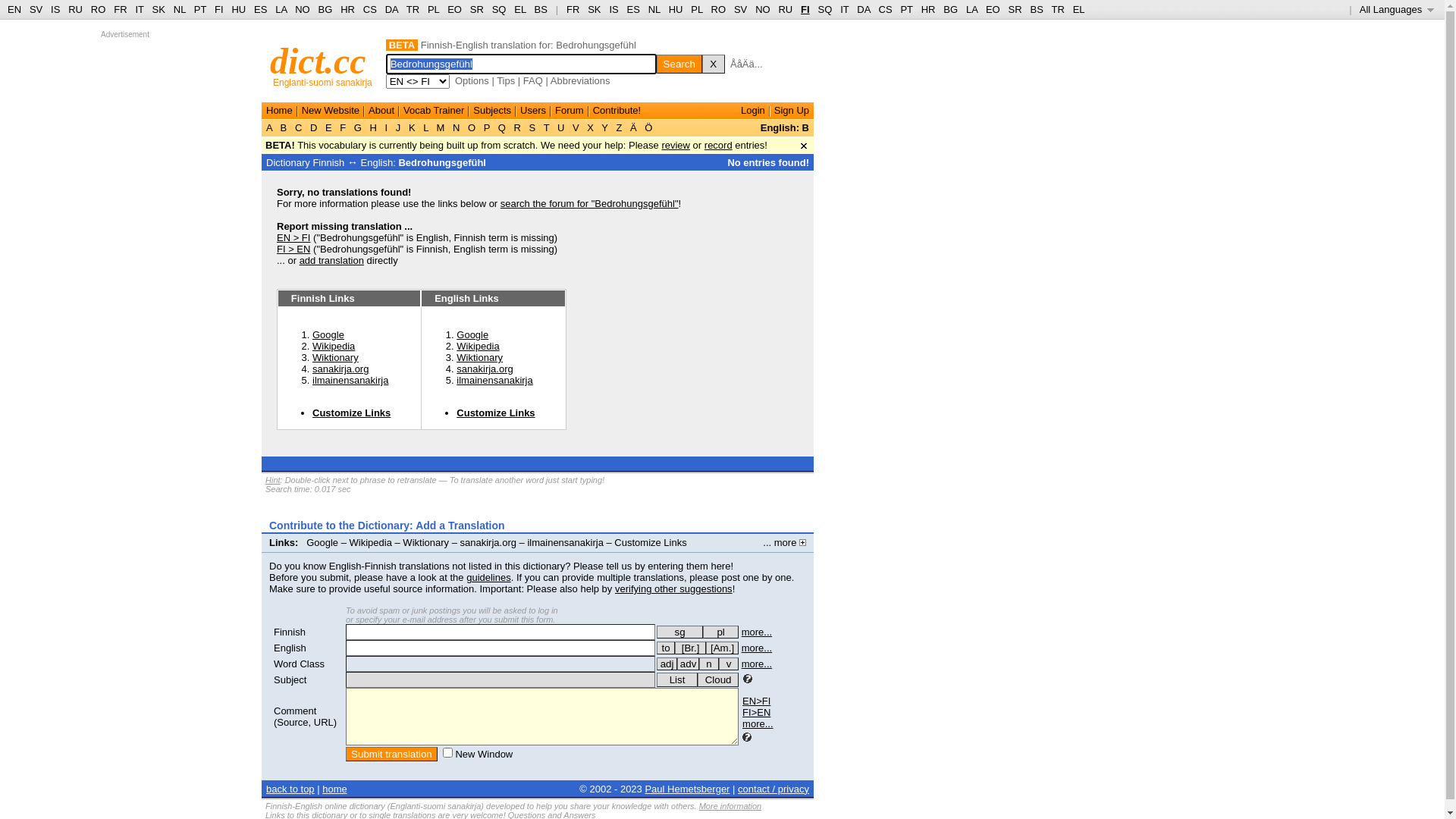 The width and height of the screenshot is (1456, 819). I want to click on 'for verbs', so click(666, 648).